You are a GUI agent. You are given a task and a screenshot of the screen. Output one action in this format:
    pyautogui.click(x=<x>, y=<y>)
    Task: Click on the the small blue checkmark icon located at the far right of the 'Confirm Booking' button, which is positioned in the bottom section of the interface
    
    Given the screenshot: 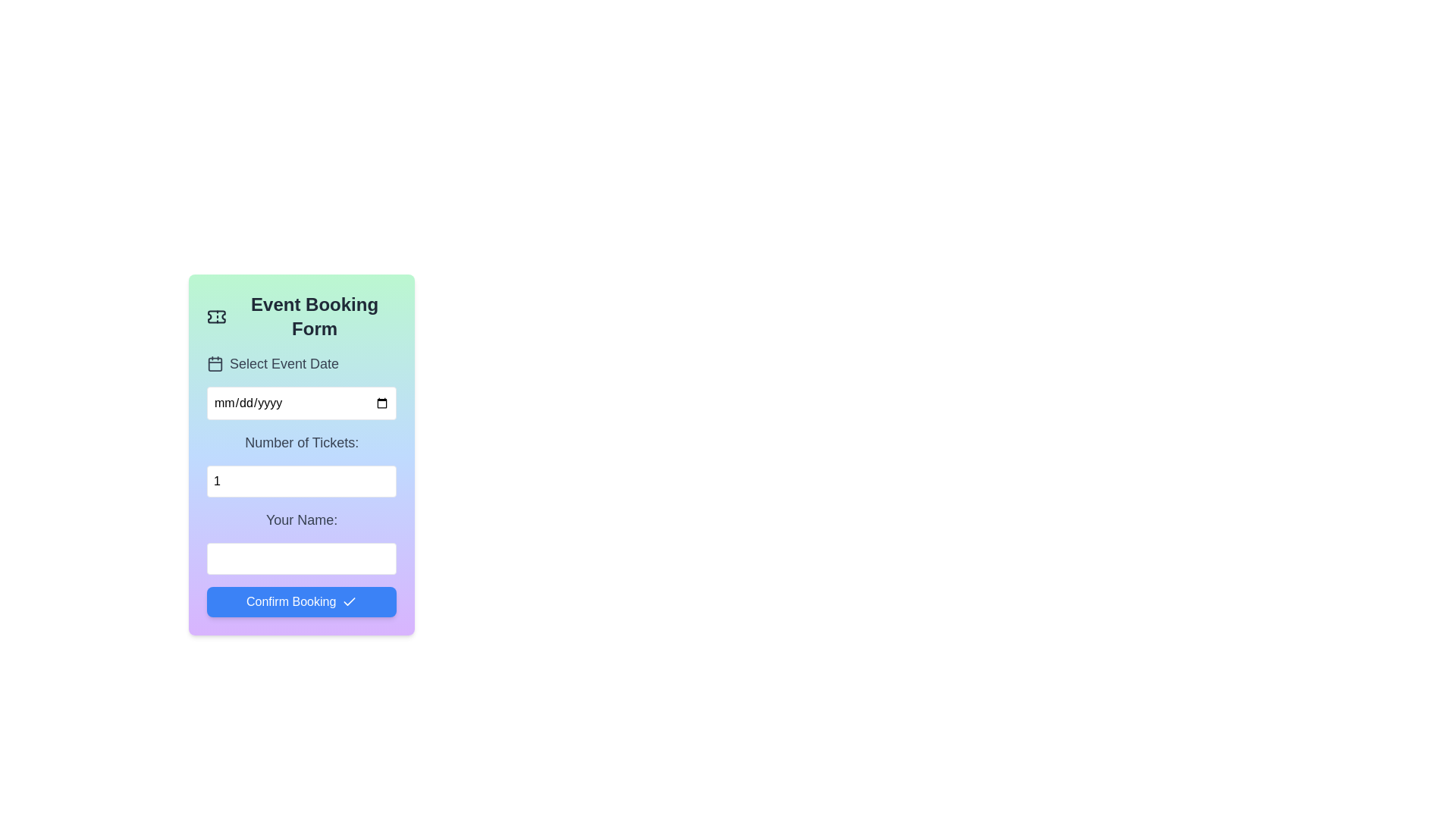 What is the action you would take?
    pyautogui.click(x=349, y=601)
    